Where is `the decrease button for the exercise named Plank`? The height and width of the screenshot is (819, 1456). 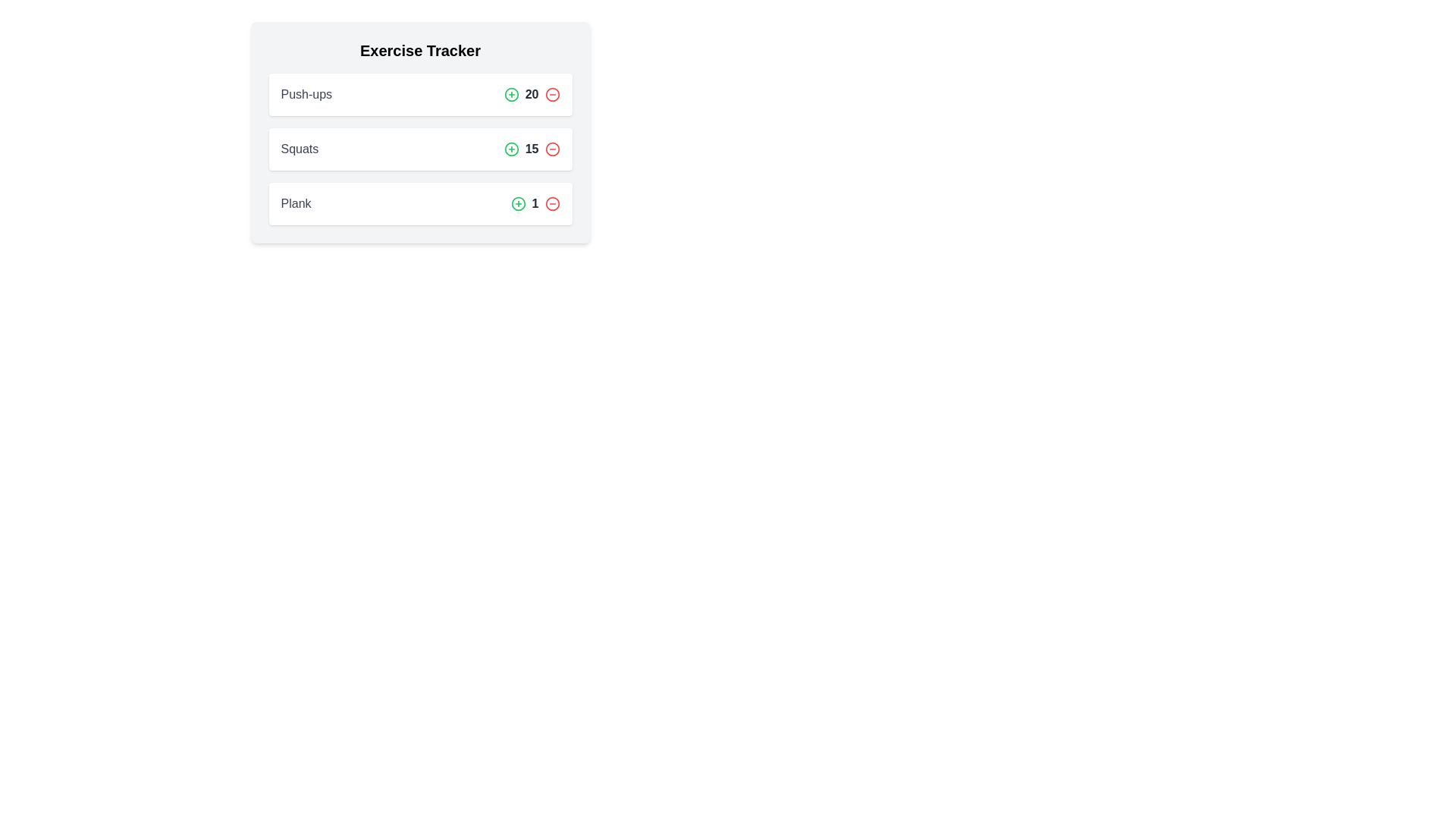 the decrease button for the exercise named Plank is located at coordinates (551, 203).